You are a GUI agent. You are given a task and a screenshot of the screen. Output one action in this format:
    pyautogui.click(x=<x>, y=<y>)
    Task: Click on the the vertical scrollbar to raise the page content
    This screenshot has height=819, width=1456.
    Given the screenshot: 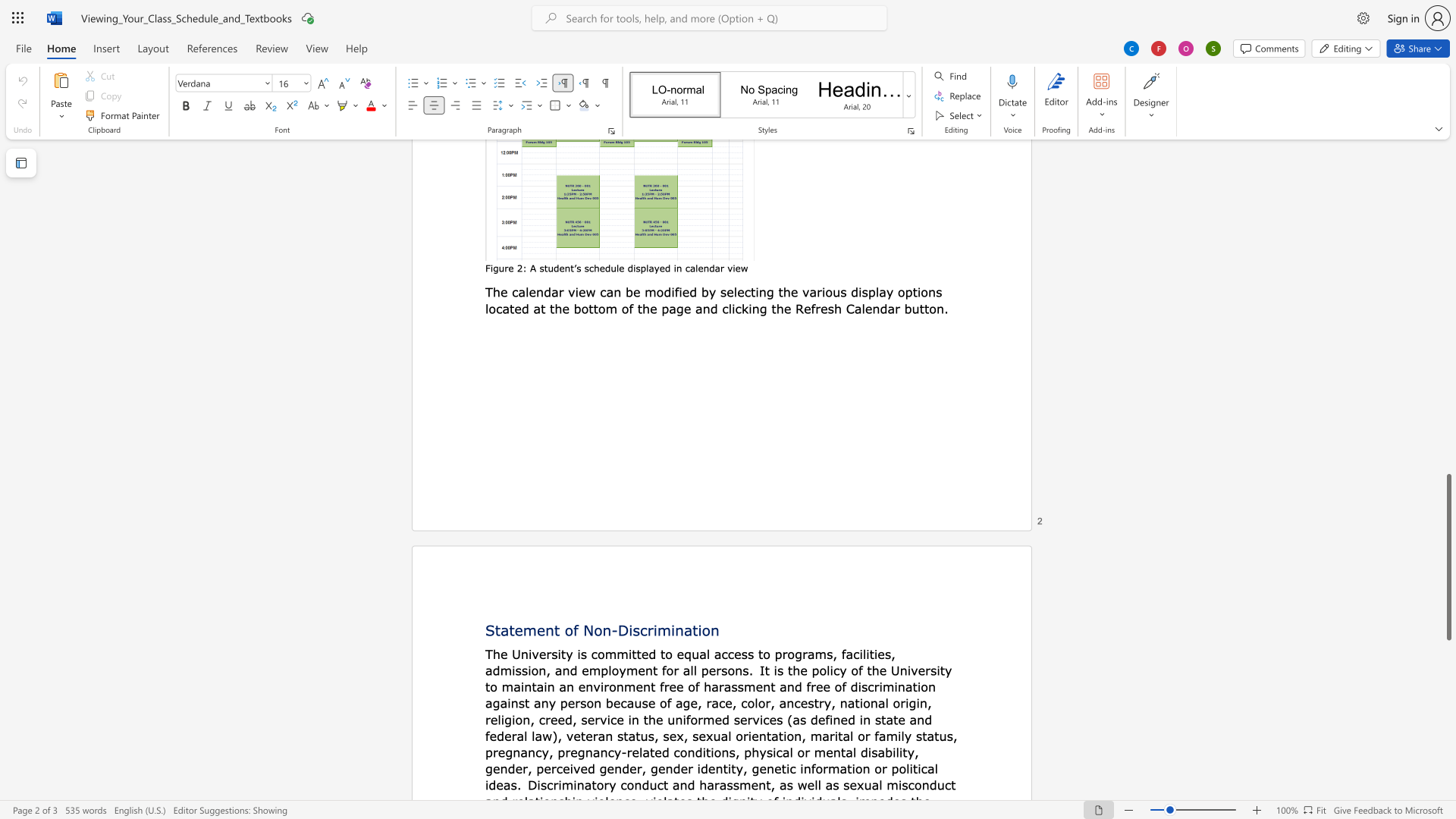 What is the action you would take?
    pyautogui.click(x=1448, y=363)
    